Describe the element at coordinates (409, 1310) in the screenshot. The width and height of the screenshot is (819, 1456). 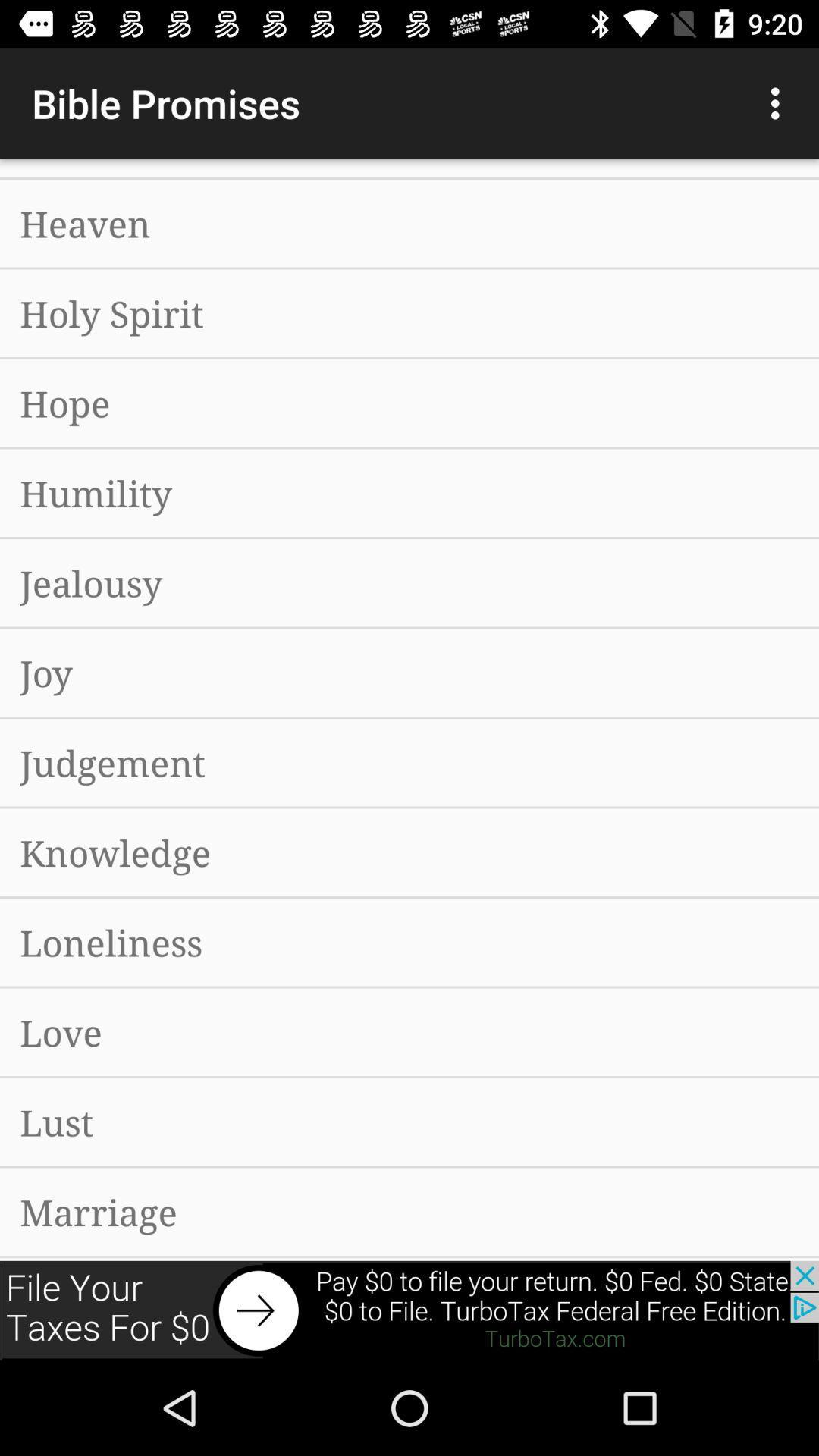
I see `advertisement` at that location.